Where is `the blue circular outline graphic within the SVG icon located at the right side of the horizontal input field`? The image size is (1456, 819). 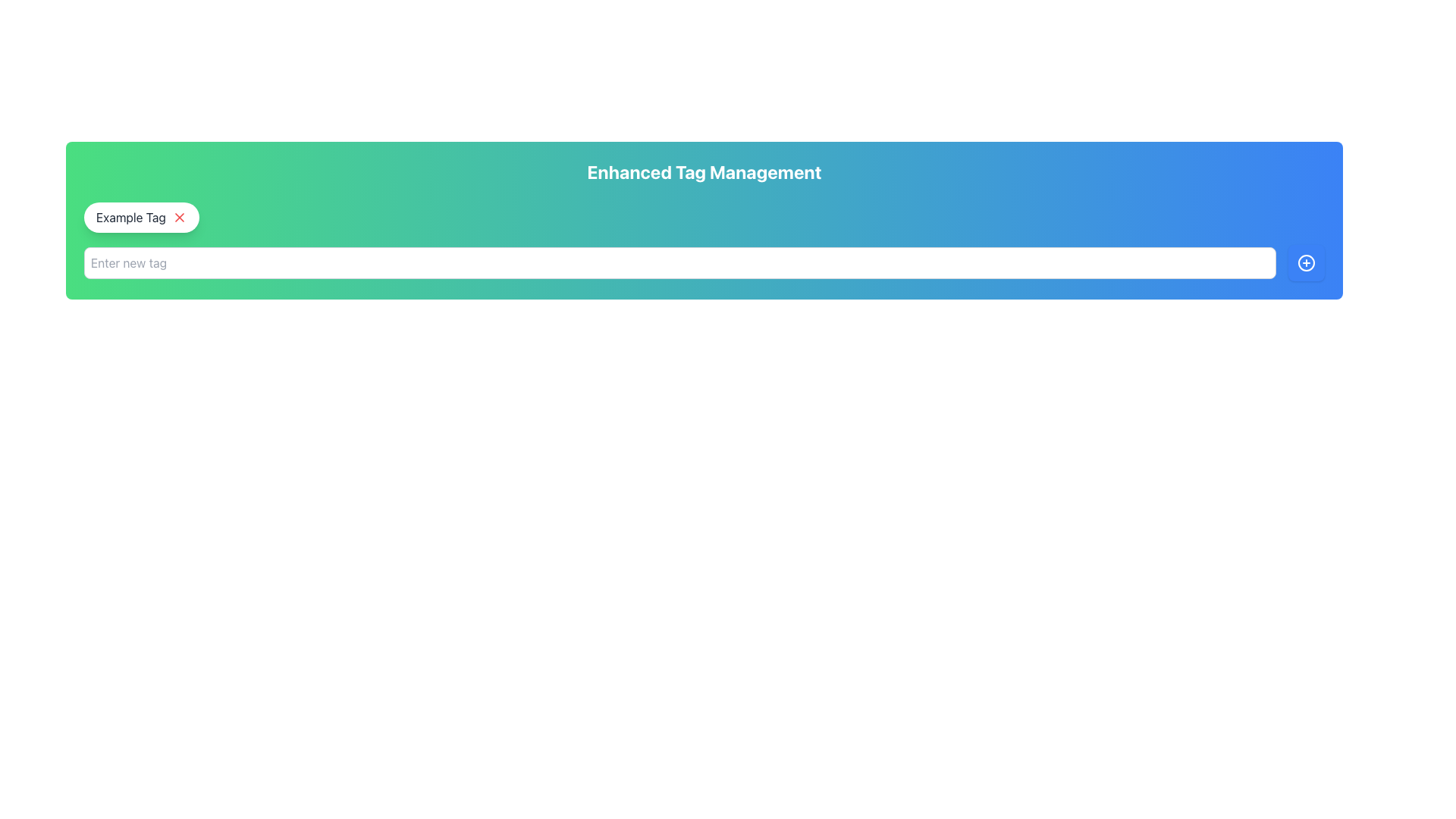 the blue circular outline graphic within the SVG icon located at the right side of the horizontal input field is located at coordinates (1306, 262).